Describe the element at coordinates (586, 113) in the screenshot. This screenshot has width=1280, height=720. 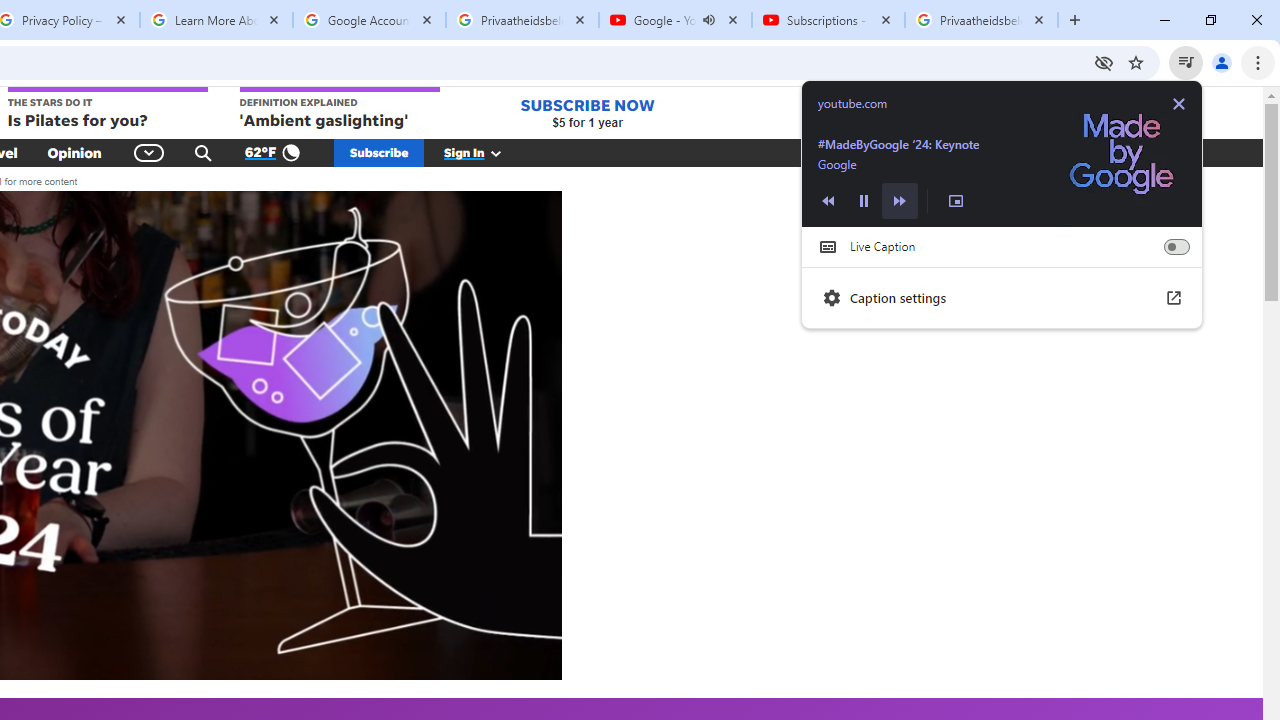
I see `'SUBSCRIBE NOW $5 for 1 year'` at that location.